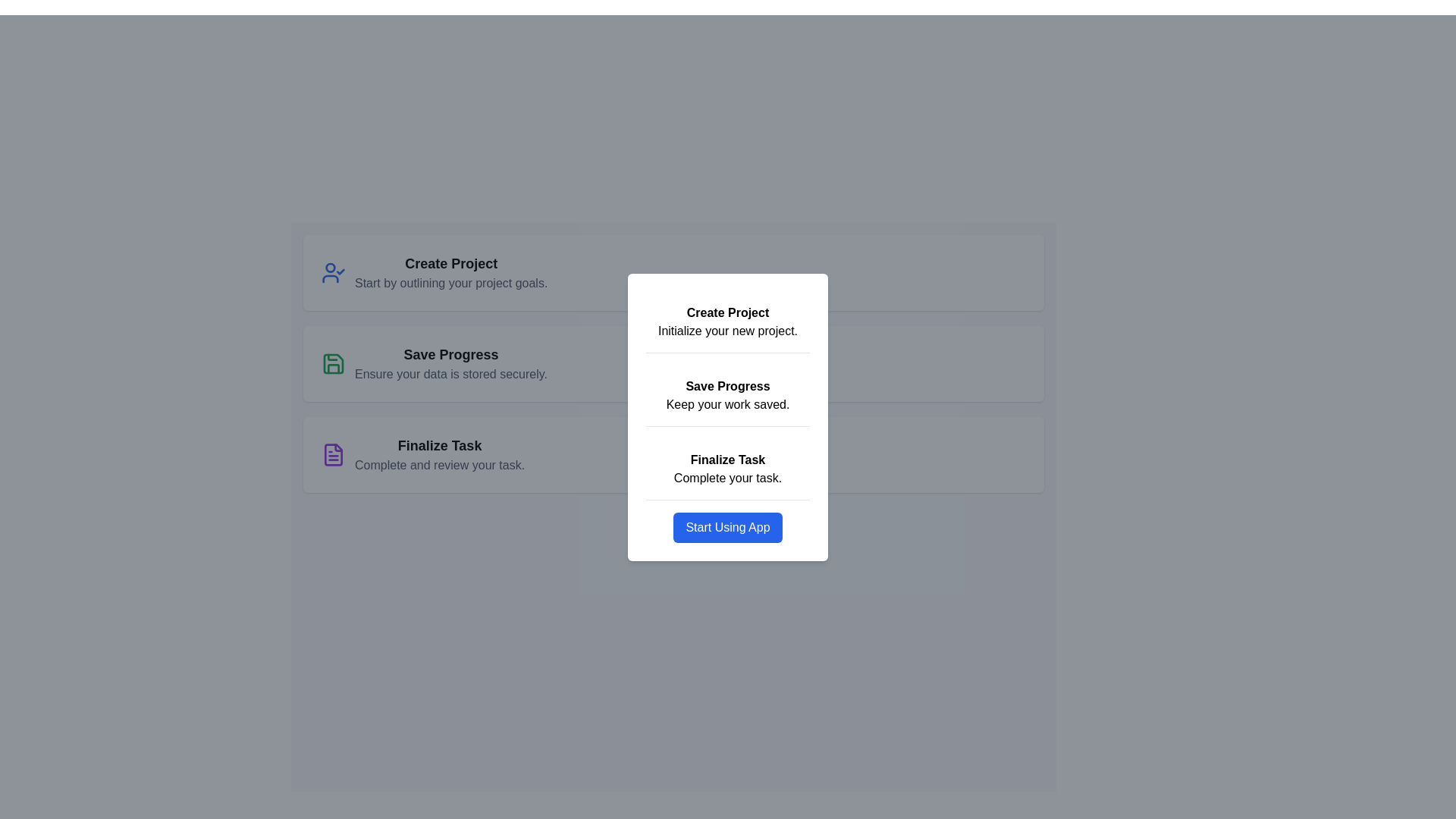 This screenshot has width=1456, height=819. What do you see at coordinates (450, 374) in the screenshot?
I see `the static text displaying 'Ensure your data is stored securely.' which is located directly below the 'Save Progress' title` at bounding box center [450, 374].